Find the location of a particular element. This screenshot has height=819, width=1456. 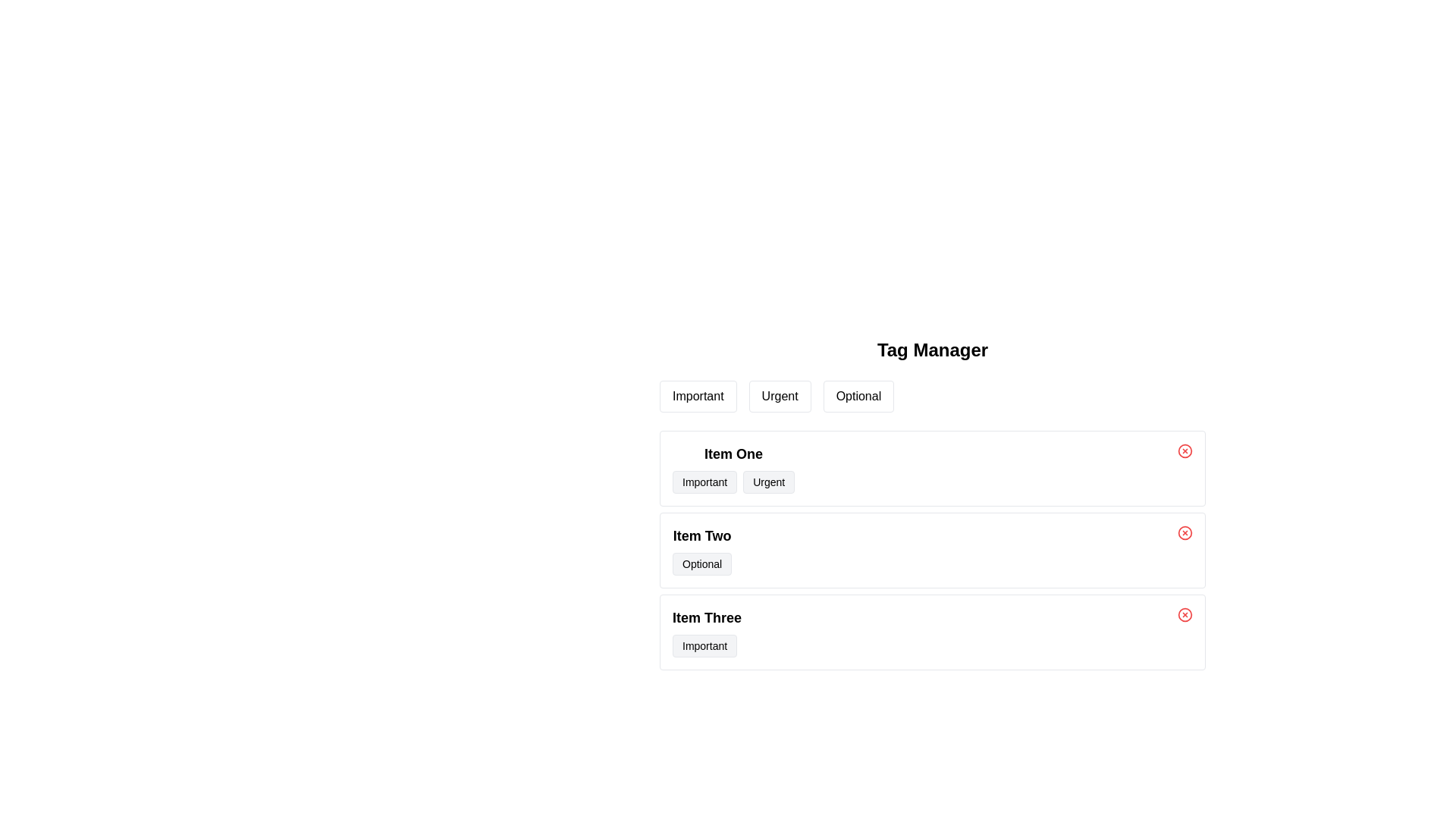

the 'Important' tag label, which is a button-like component with gray text and a light gray rounded background, located beneath the 'Item One' heading is located at coordinates (704, 482).